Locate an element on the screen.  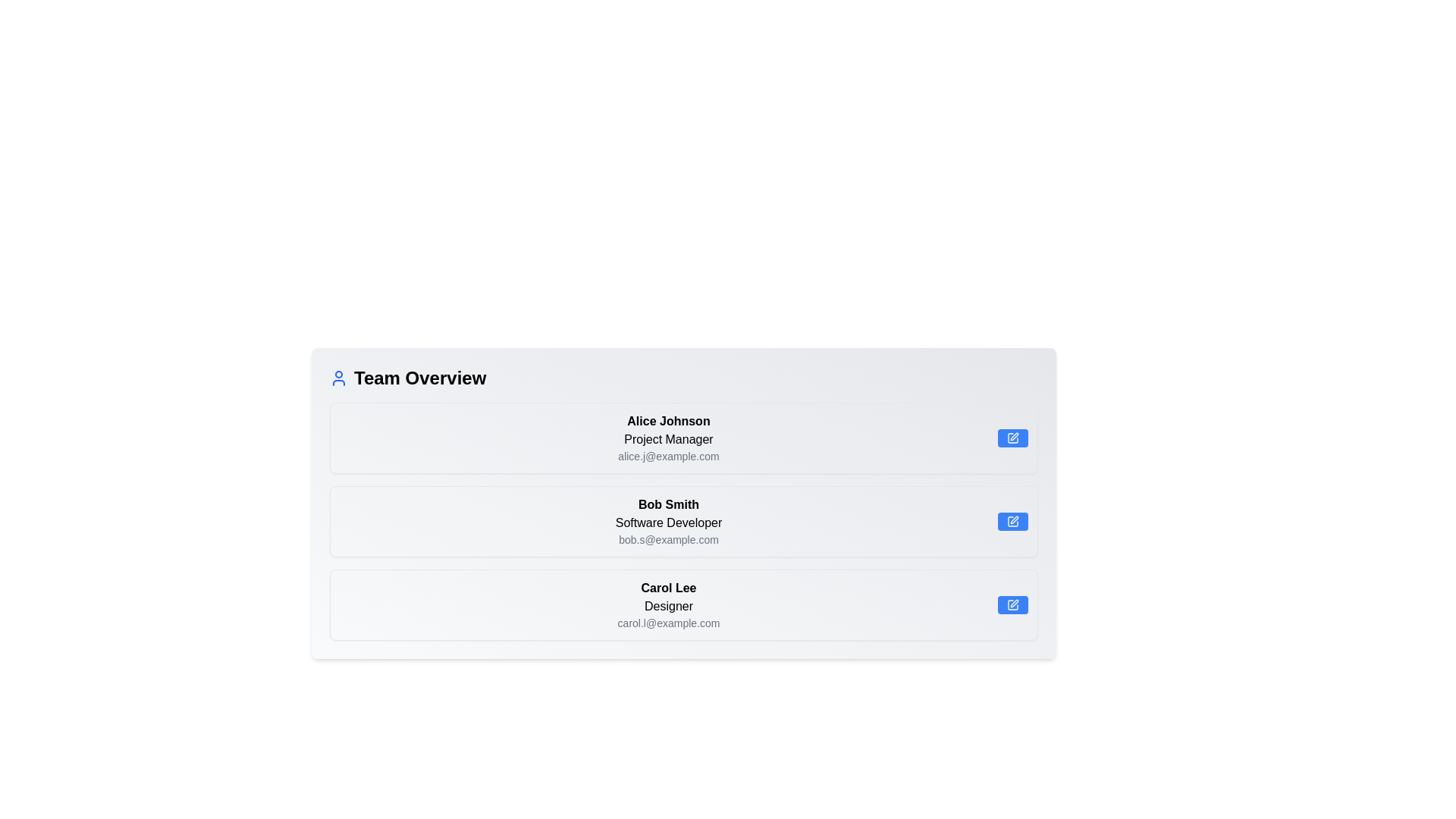
the edit icon button located in the top-right corner of the first card in the 'Team Overview' section associated with Alice Johnson, Project Manager is located at coordinates (1012, 438).